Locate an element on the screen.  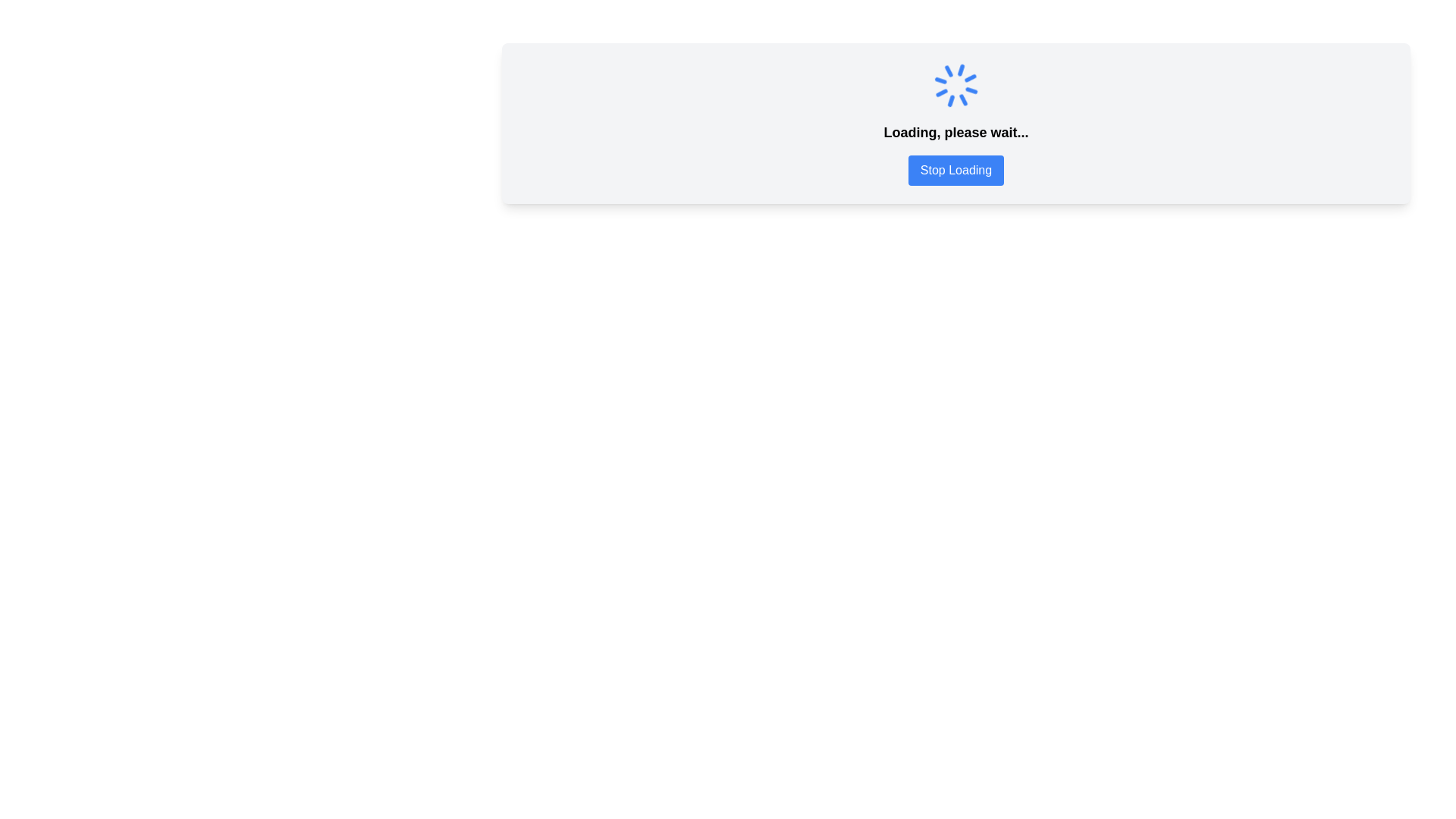
contents of the text display that shows 'Loading, please wait...' positioned above the blue 'Stop Loading' button is located at coordinates (955, 131).